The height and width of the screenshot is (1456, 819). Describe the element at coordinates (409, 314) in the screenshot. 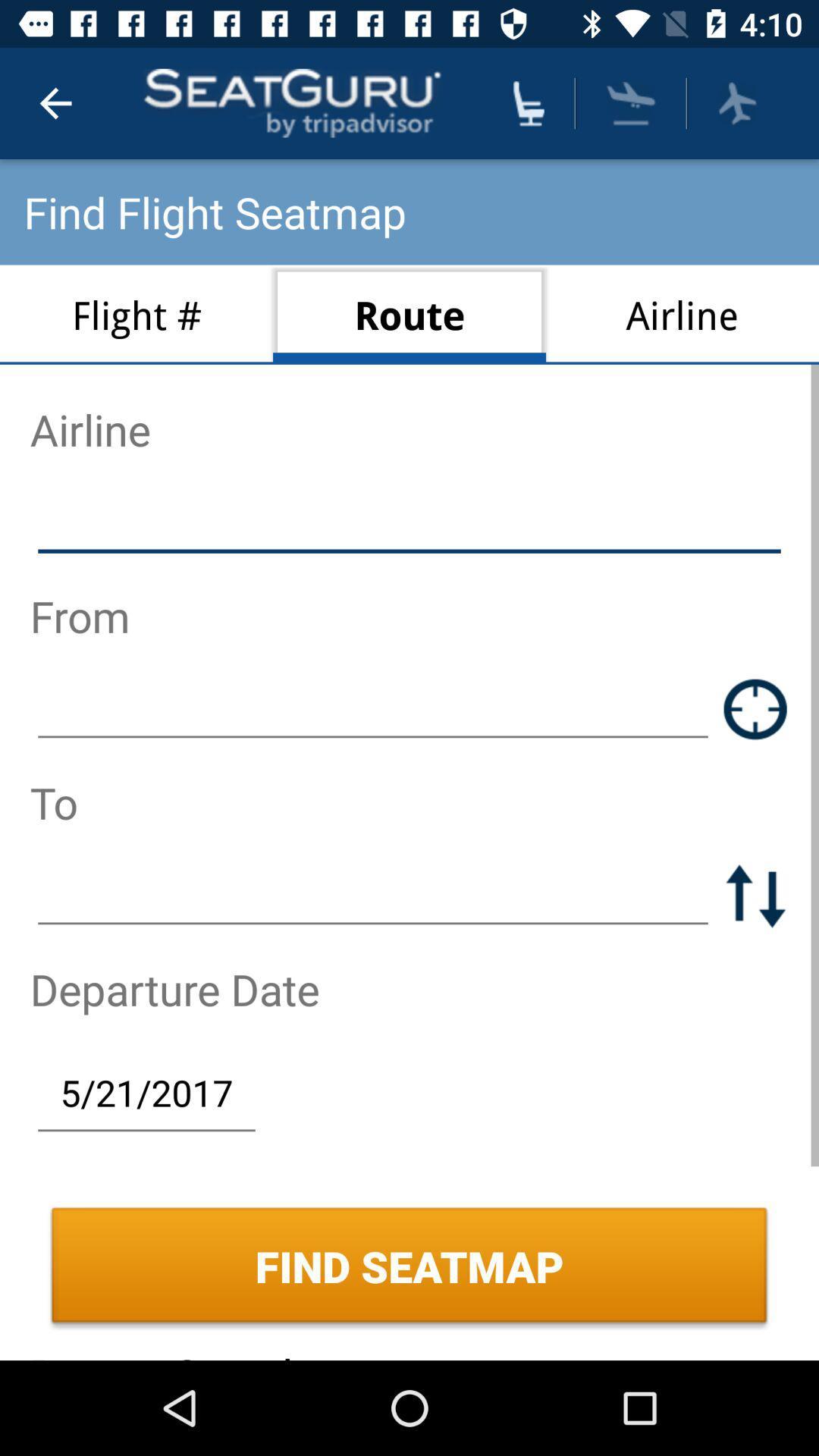

I see `item next to the airline` at that location.